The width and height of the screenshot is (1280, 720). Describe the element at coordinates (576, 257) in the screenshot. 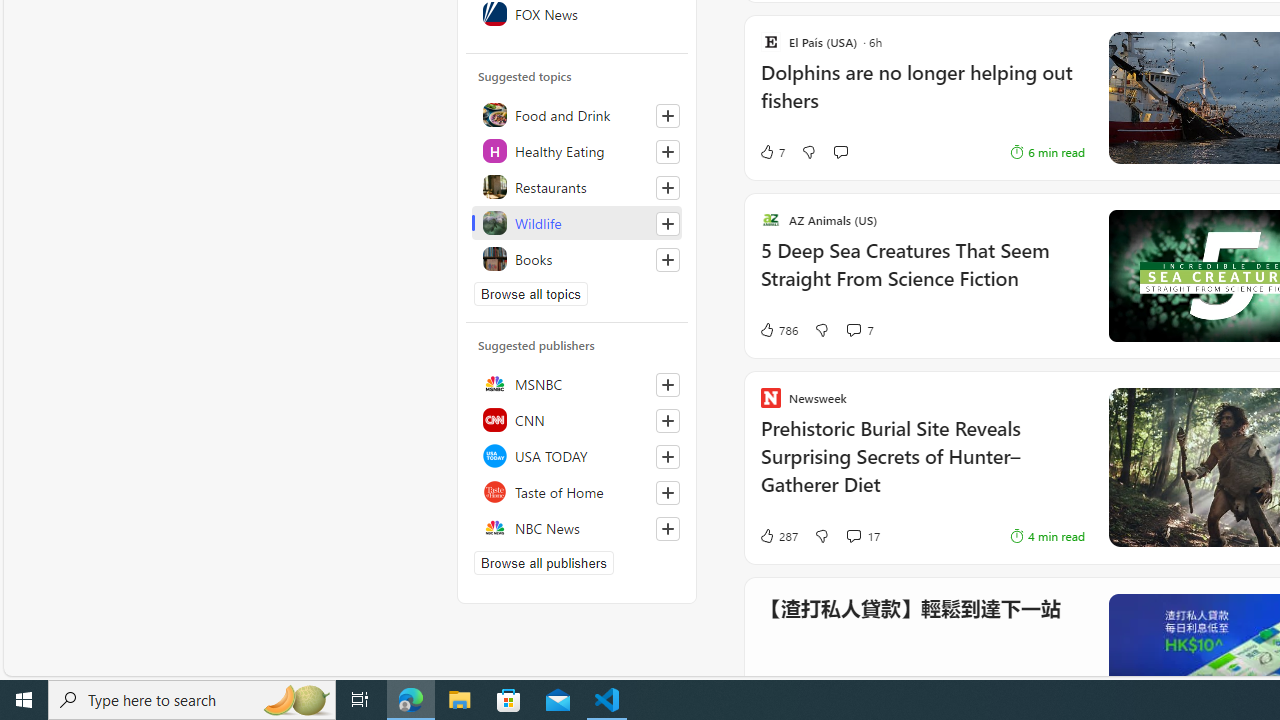

I see `'Books'` at that location.